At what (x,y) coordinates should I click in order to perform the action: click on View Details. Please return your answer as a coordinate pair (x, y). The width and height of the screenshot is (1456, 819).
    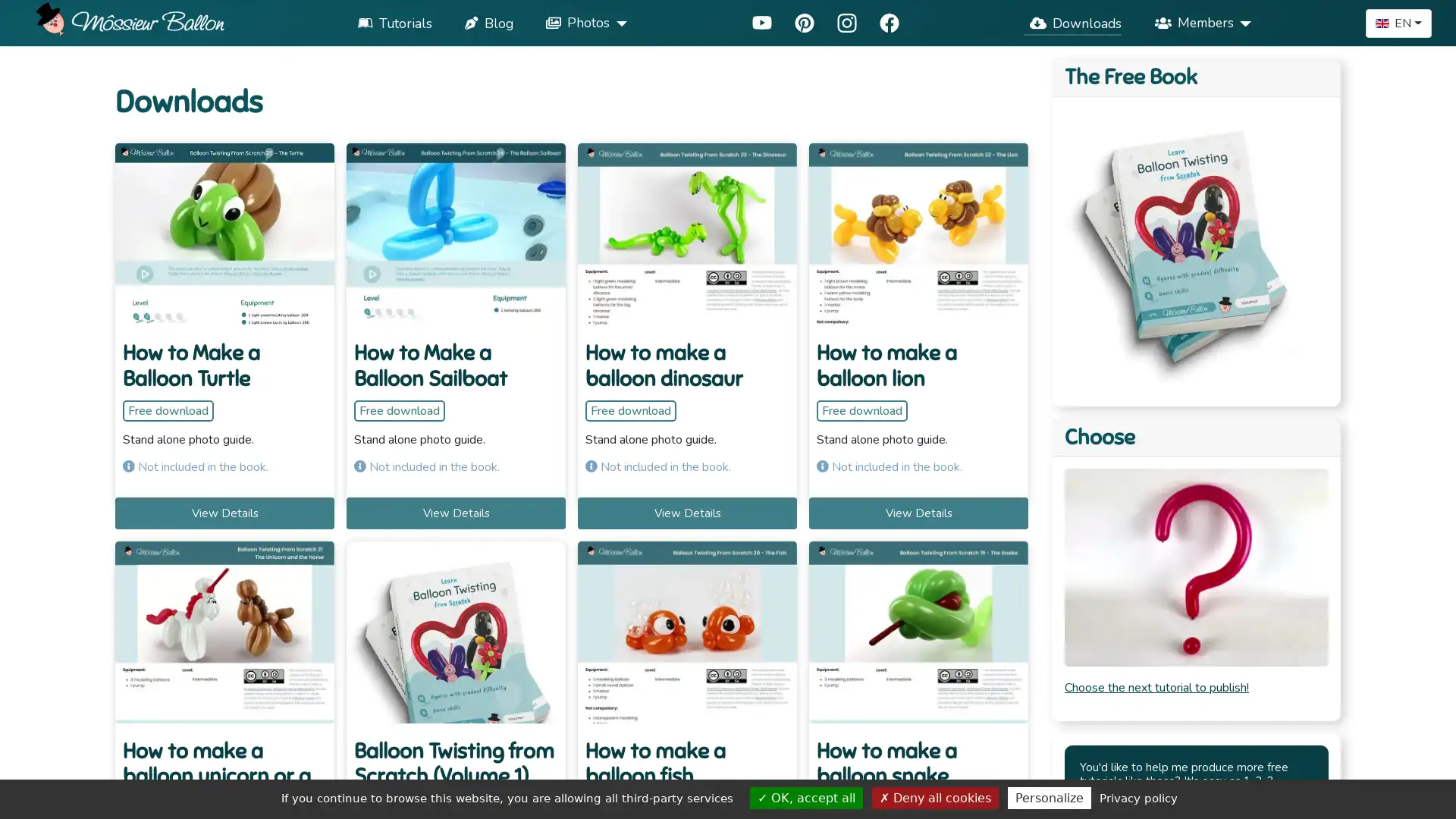
    Looking at the image, I should click on (918, 512).